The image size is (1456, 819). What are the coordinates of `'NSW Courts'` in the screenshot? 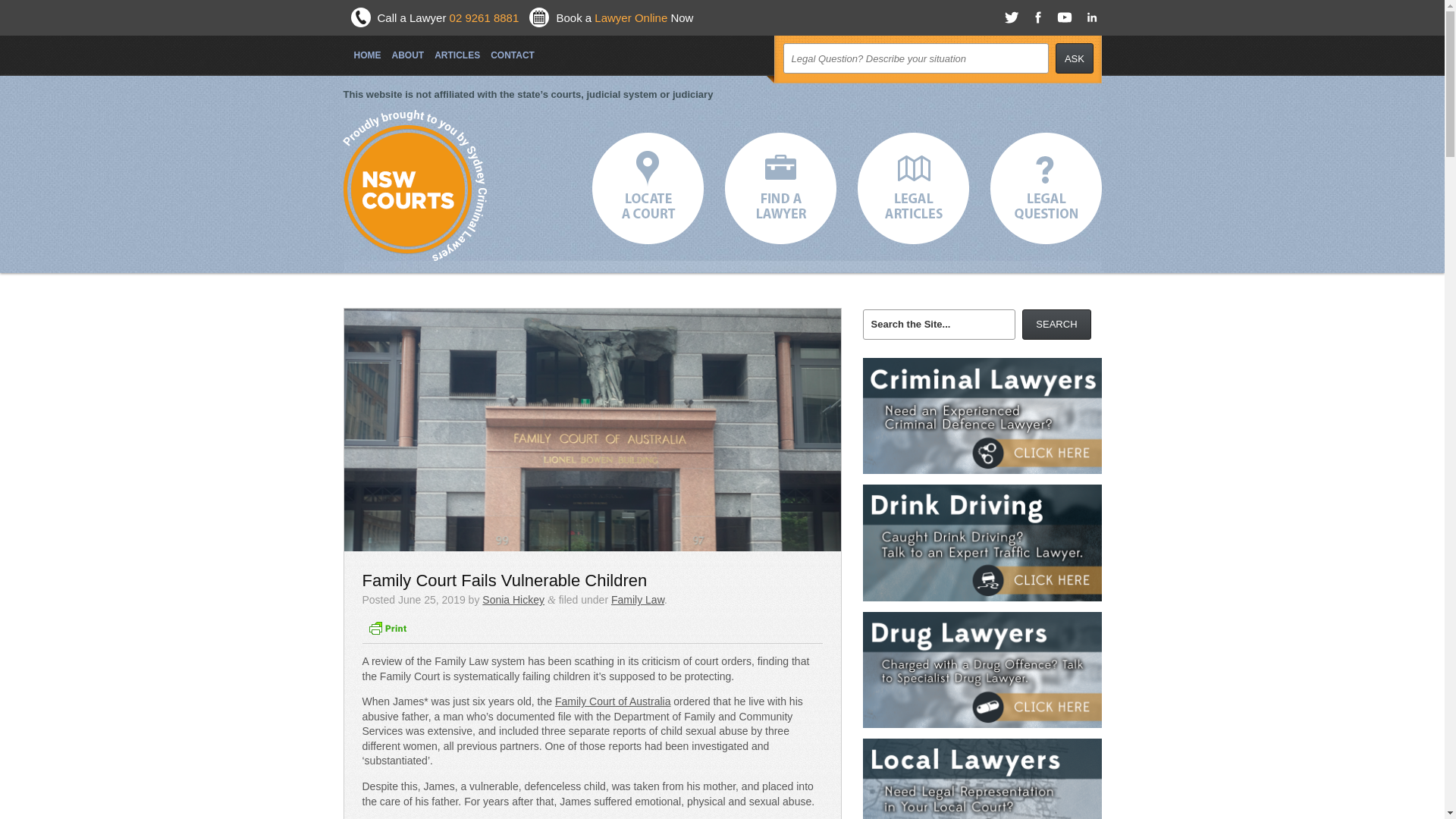 It's located at (407, 189).